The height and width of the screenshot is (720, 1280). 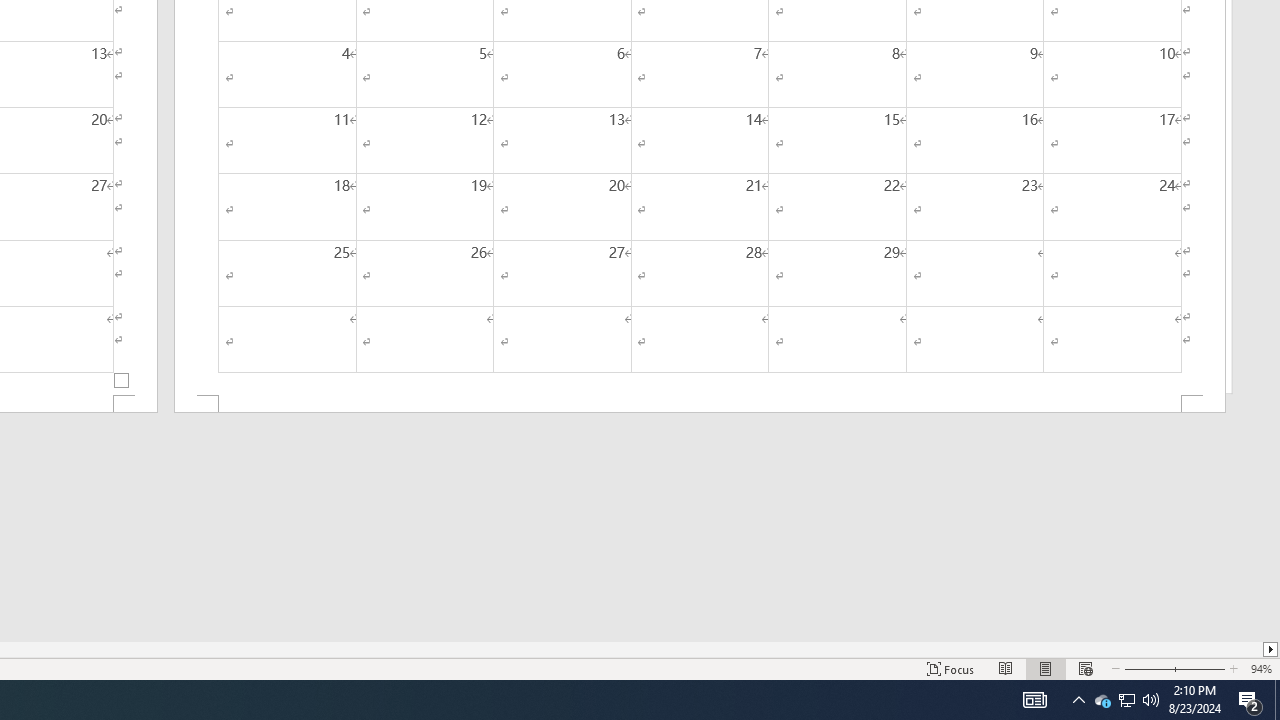 What do you see at coordinates (1045, 669) in the screenshot?
I see `'Print Layout'` at bounding box center [1045, 669].